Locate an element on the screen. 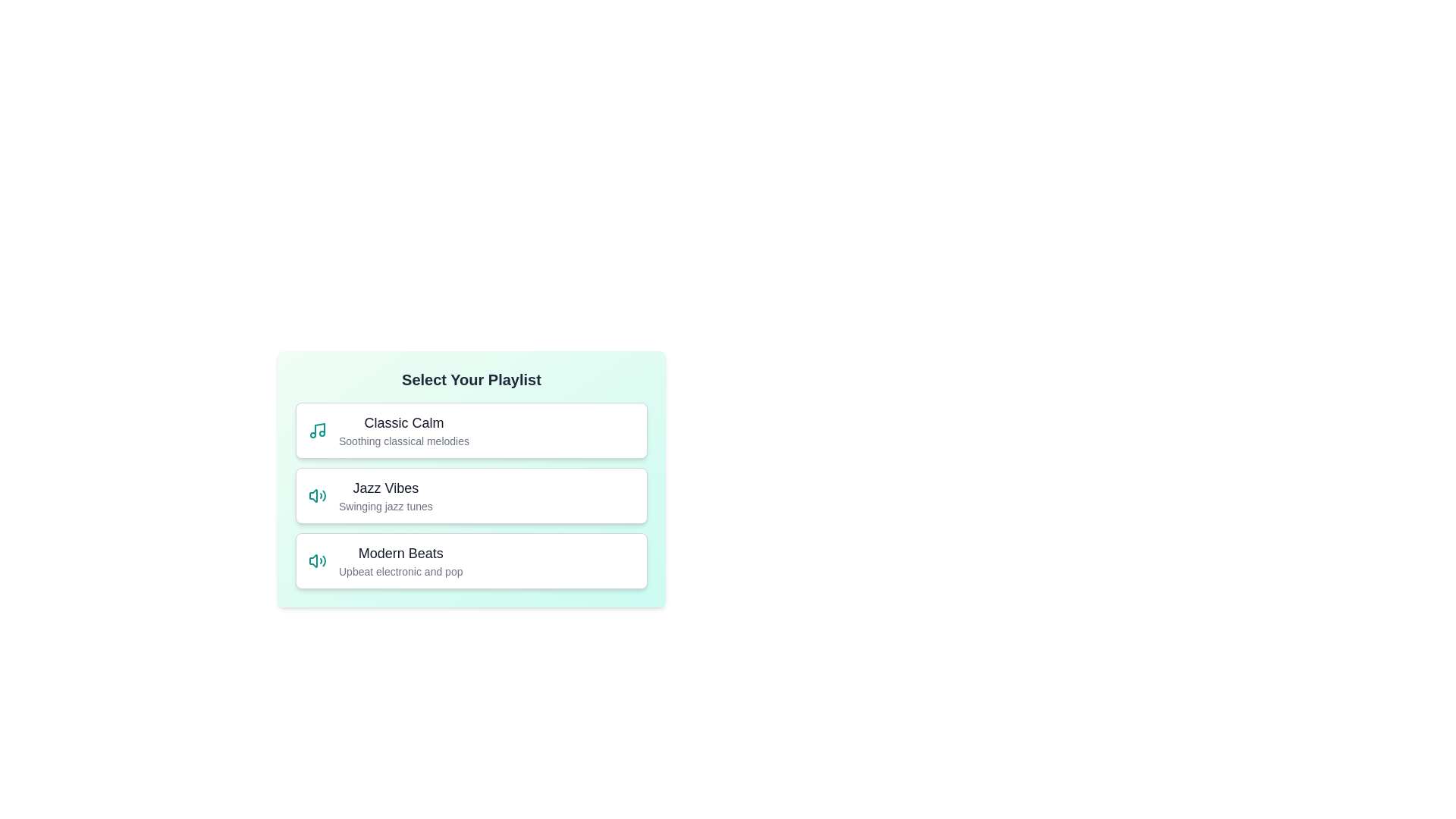 The height and width of the screenshot is (819, 1456). the icon representing the playlist type for 'Classic Calm', located in the upper-left corner of the playlist item is located at coordinates (316, 430).